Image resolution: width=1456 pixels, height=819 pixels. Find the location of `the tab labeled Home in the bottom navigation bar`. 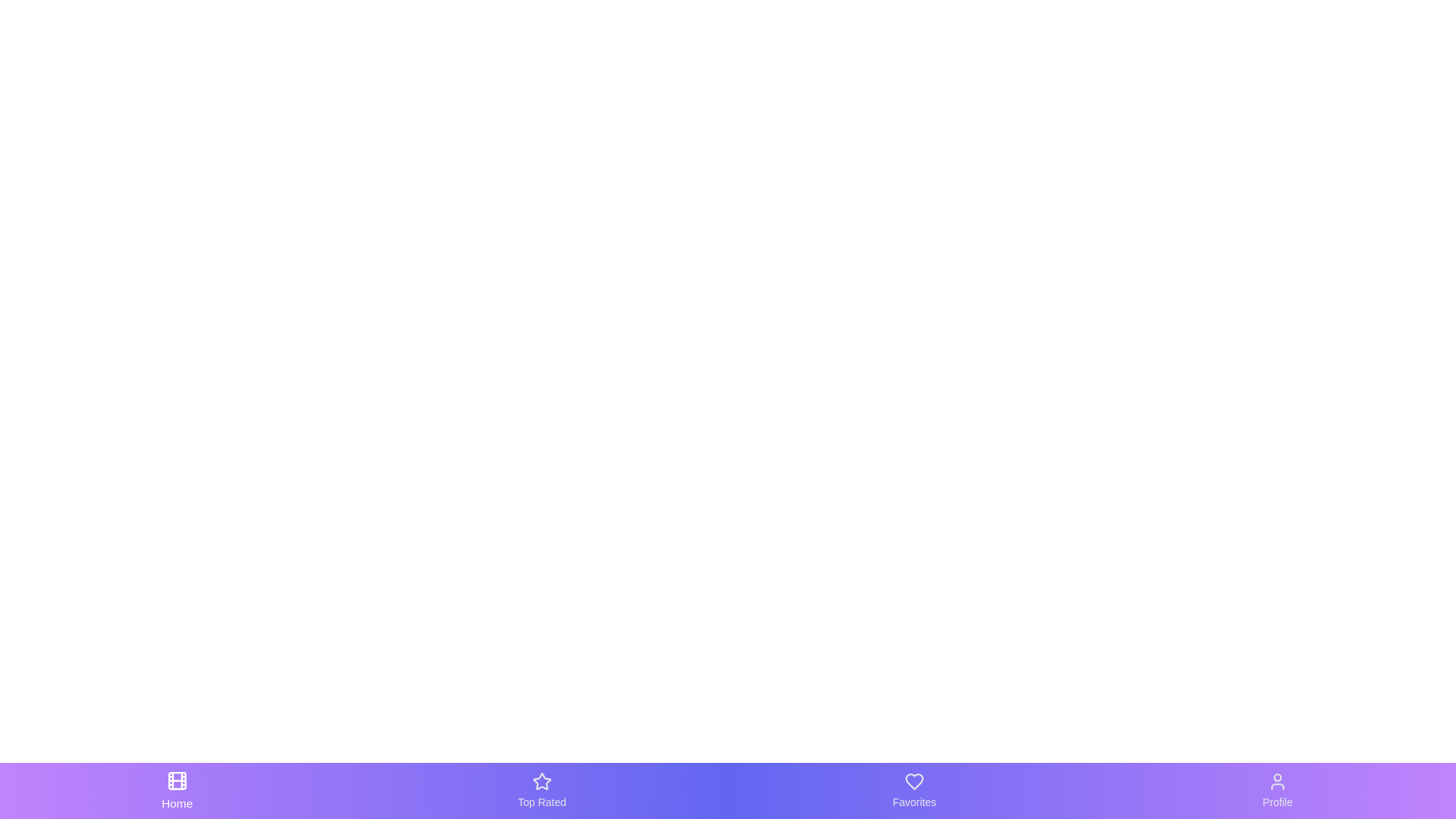

the tab labeled Home in the bottom navigation bar is located at coordinates (177, 789).